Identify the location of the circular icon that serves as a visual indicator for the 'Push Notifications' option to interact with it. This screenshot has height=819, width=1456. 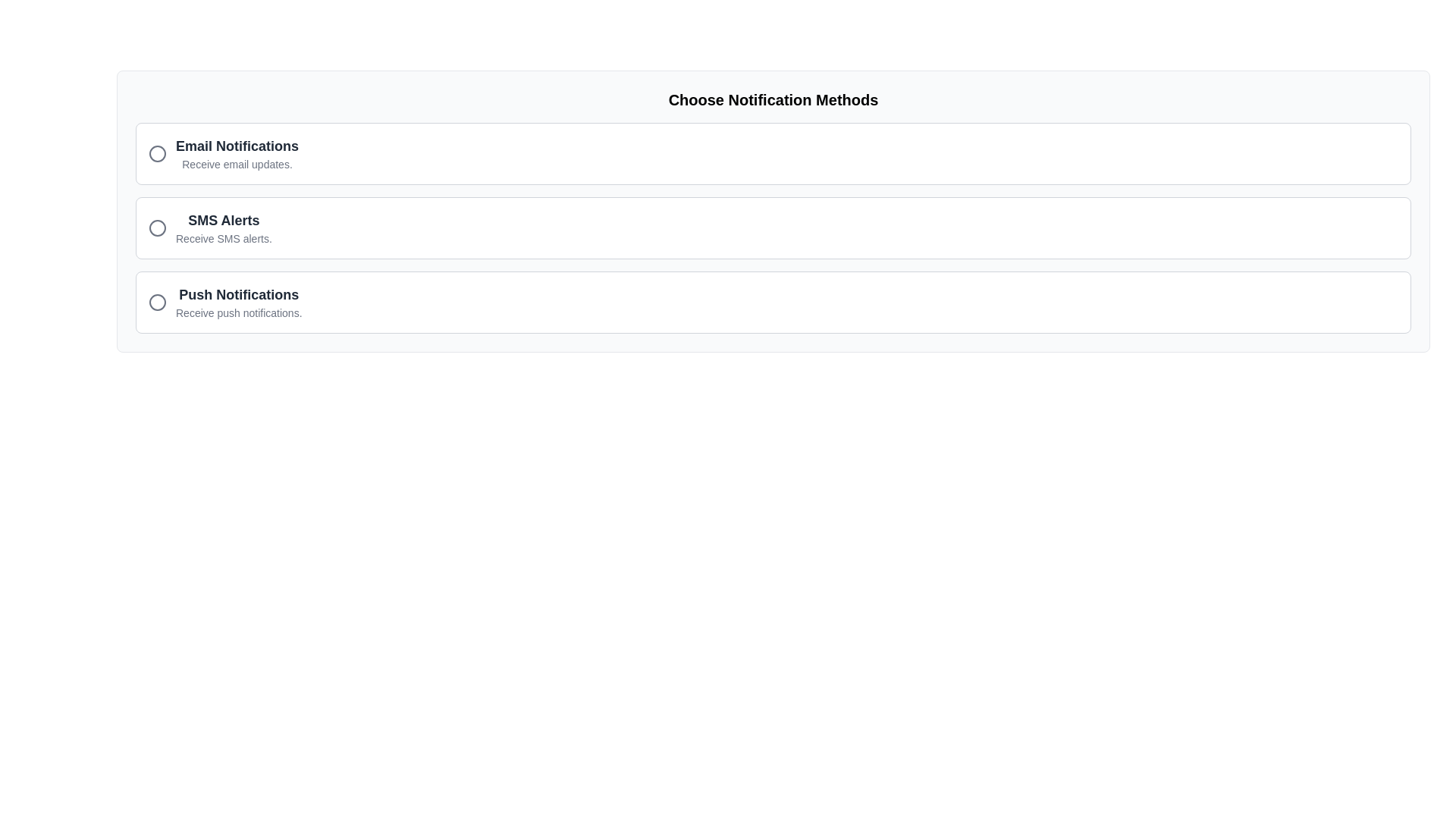
(157, 302).